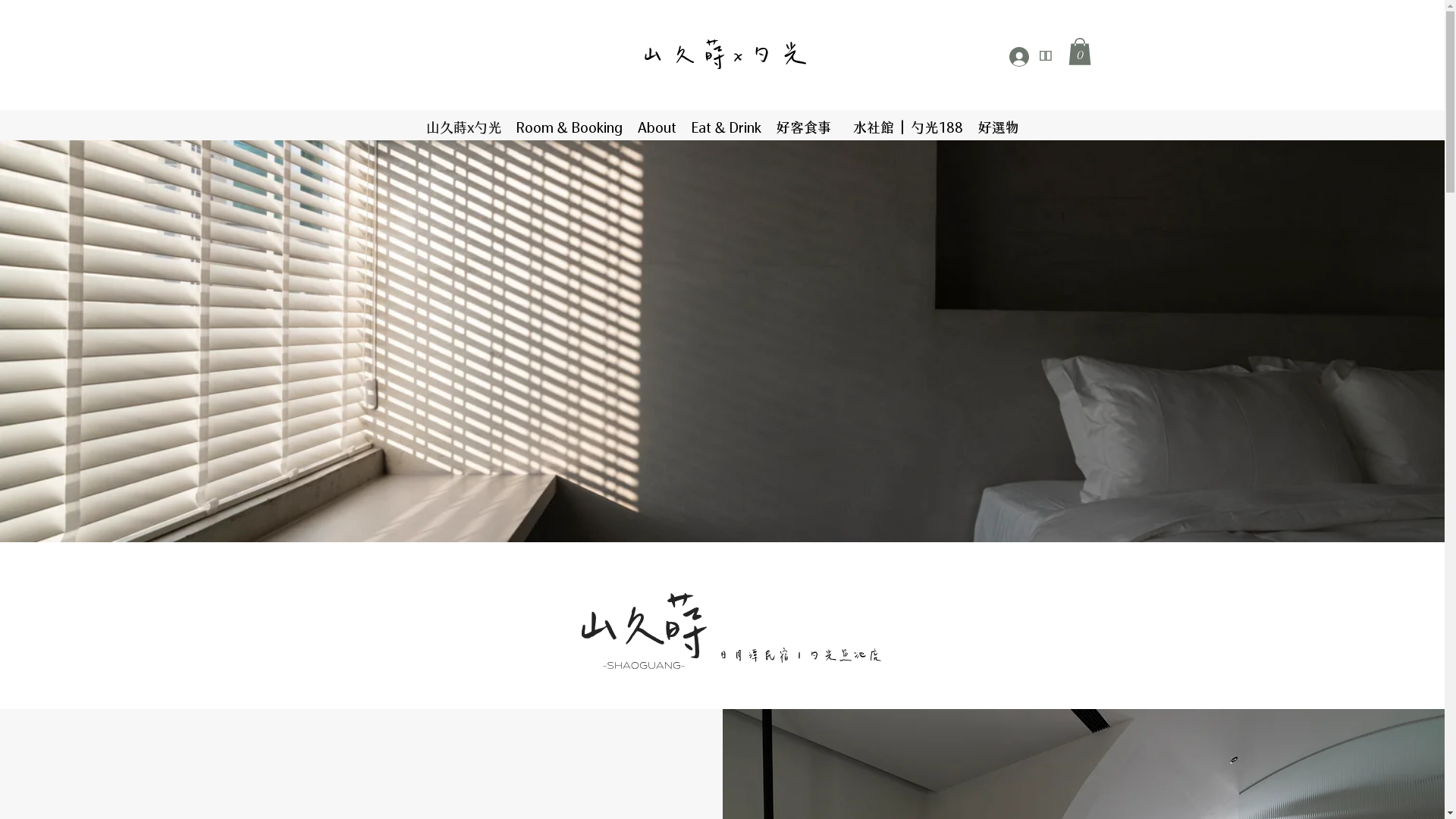  Describe the element at coordinates (1078, 51) in the screenshot. I see `'0'` at that location.